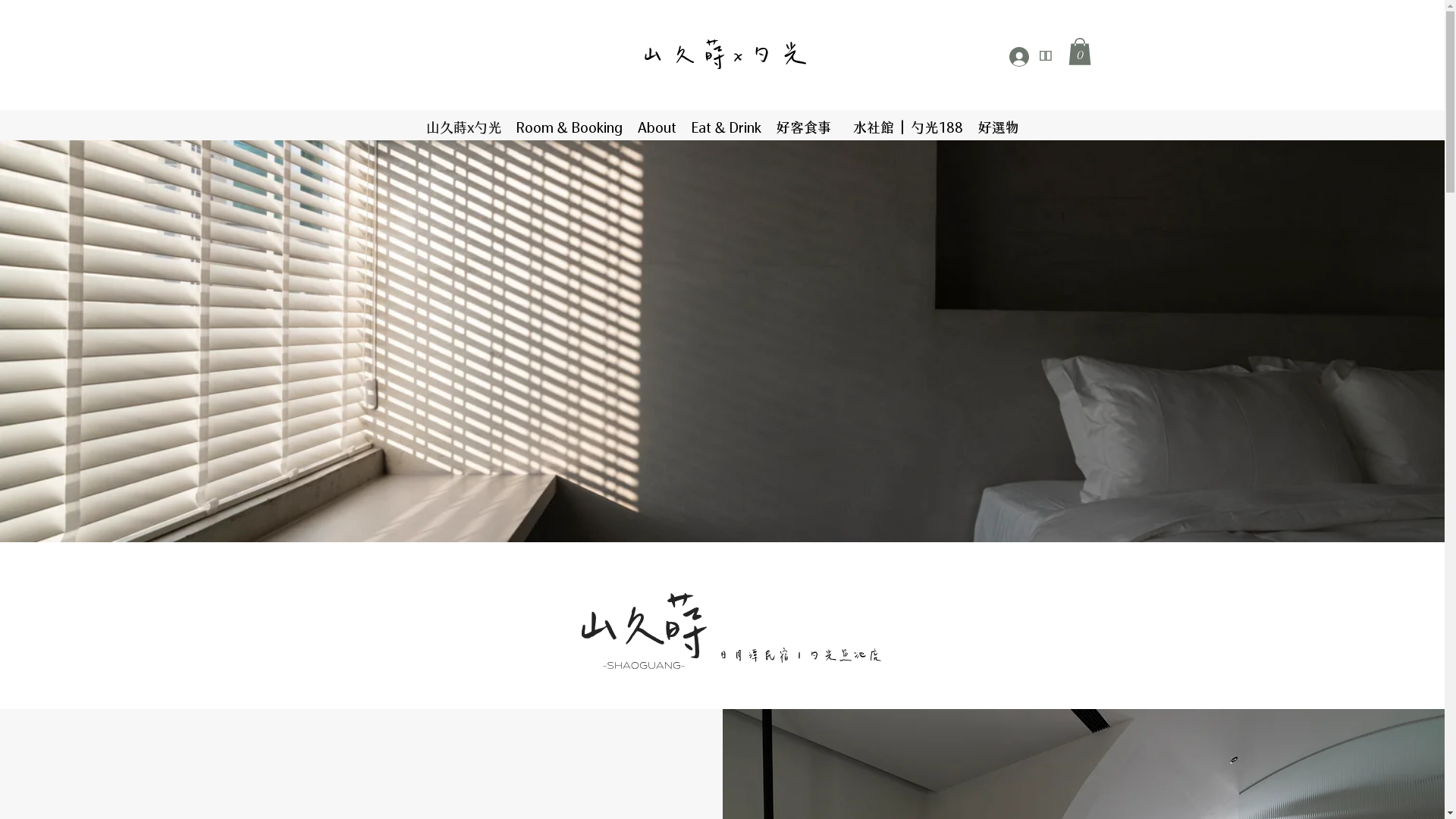  Describe the element at coordinates (1078, 51) in the screenshot. I see `'0'` at that location.